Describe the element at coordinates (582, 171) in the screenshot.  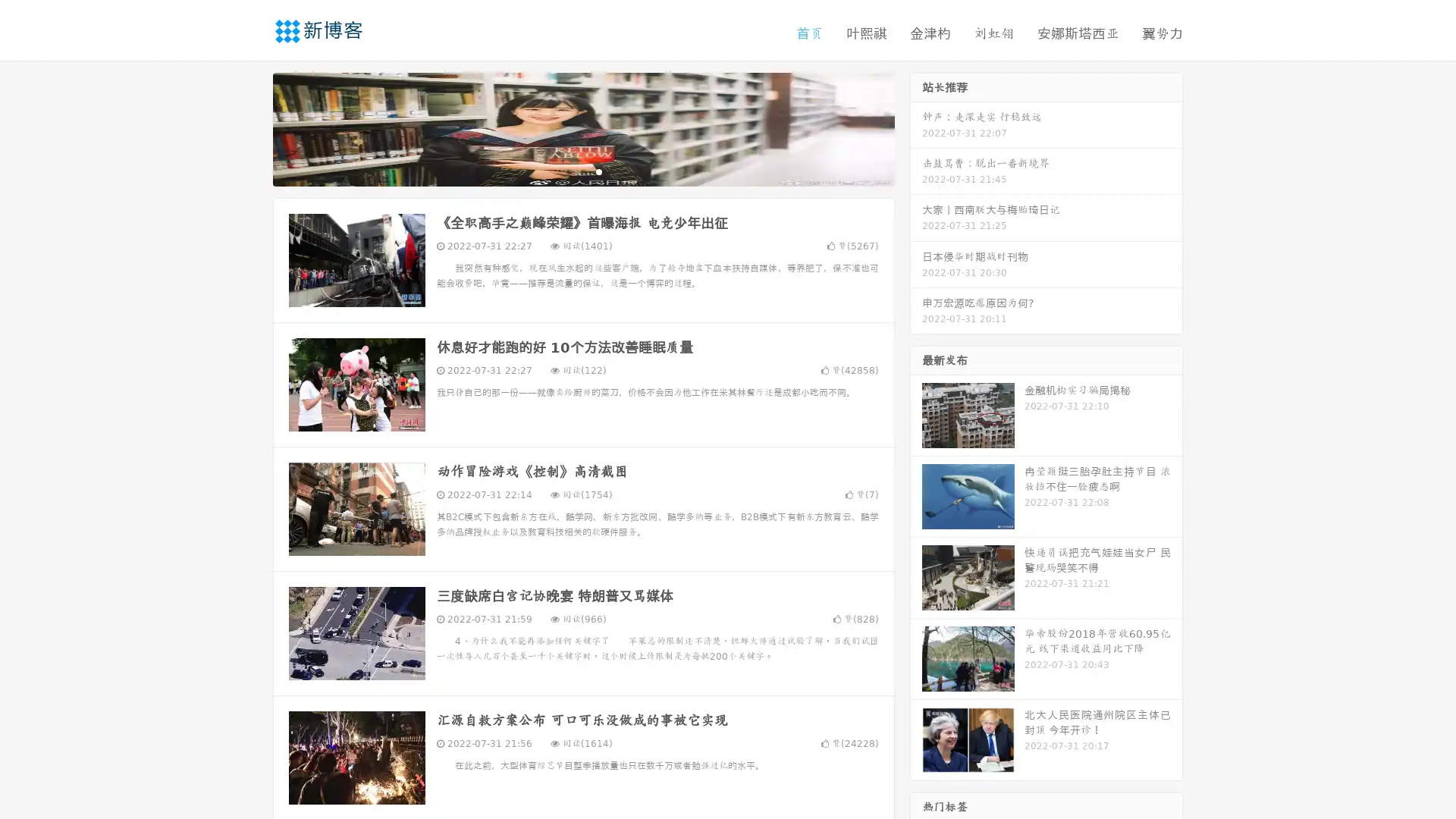
I see `Go to slide 2` at that location.